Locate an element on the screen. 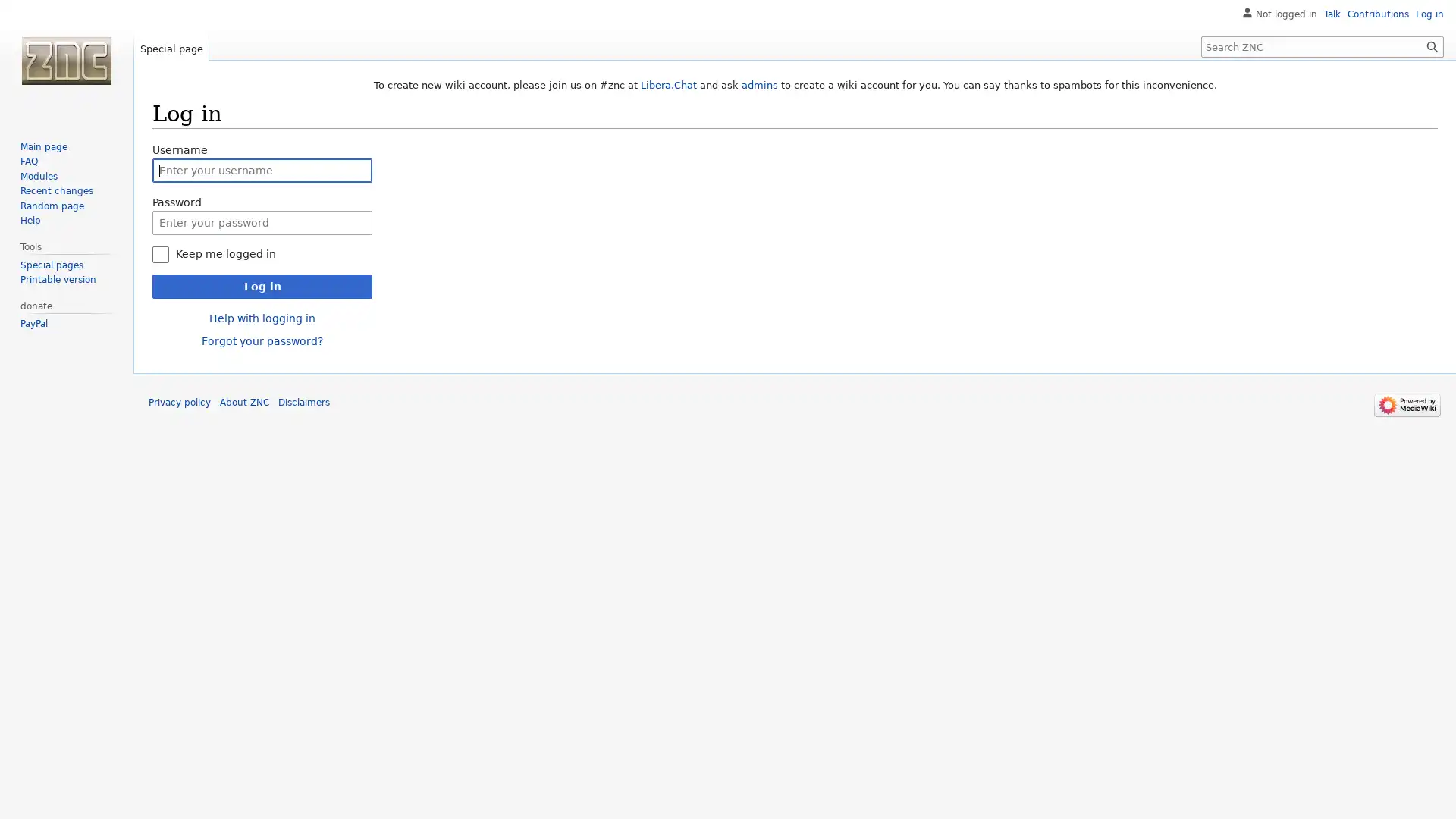  Search is located at coordinates (1432, 45).